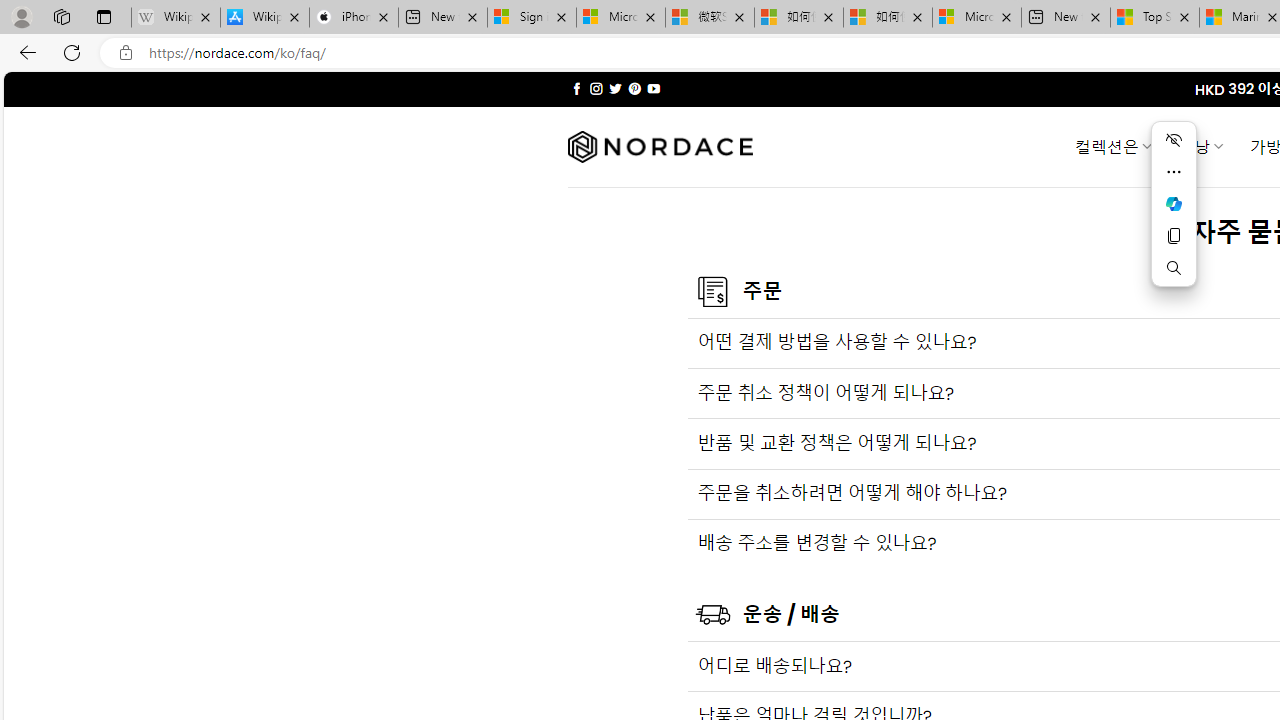 Image resolution: width=1280 pixels, height=720 pixels. Describe the element at coordinates (1155, 17) in the screenshot. I see `'Top Stories - MSN'` at that location.